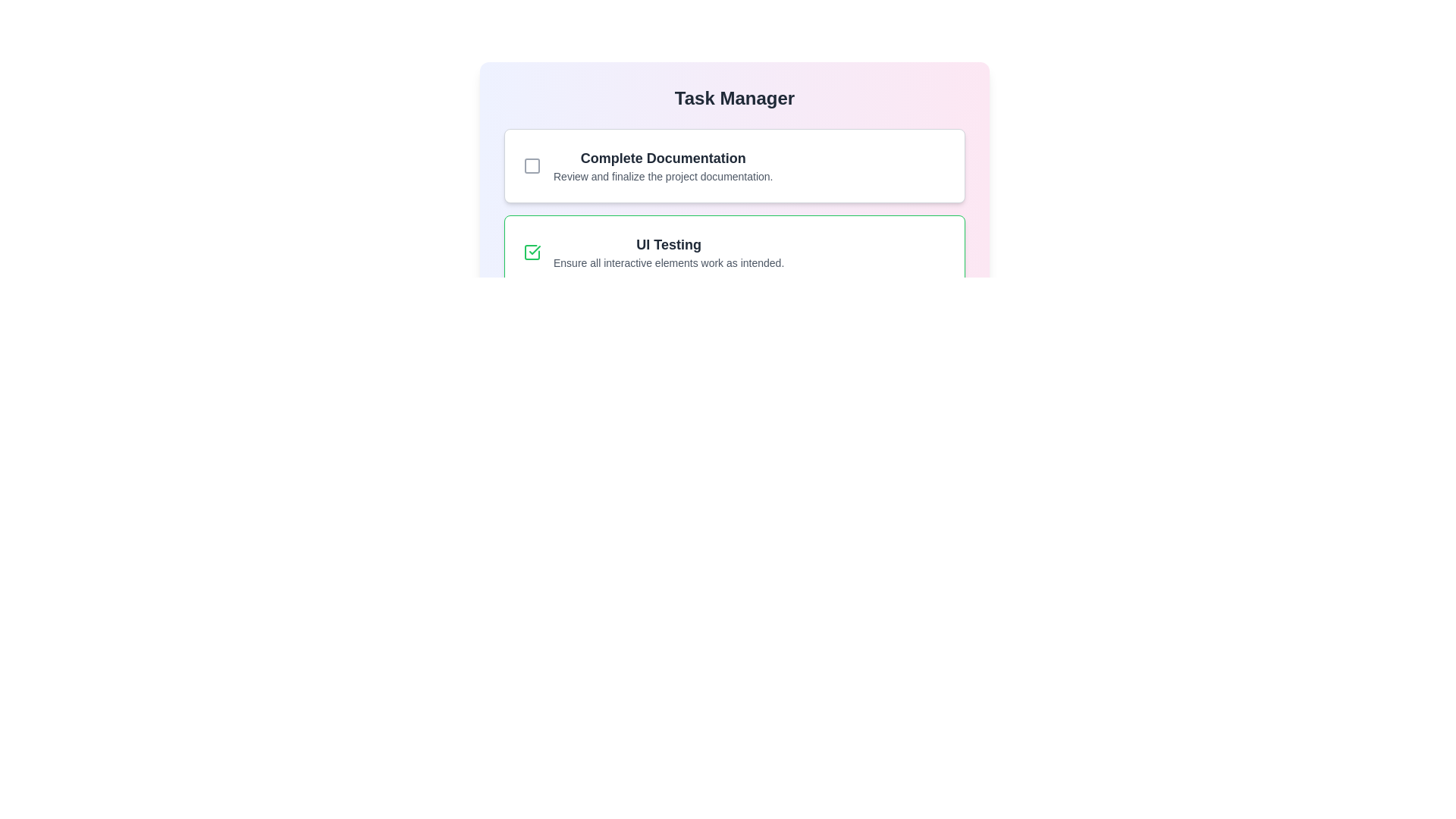 This screenshot has width=1456, height=819. What do you see at coordinates (668, 251) in the screenshot?
I see `information presented in the text block titled 'UI Testing' which includes a description stating 'Ensure all interactive elements work as intended.'` at bounding box center [668, 251].